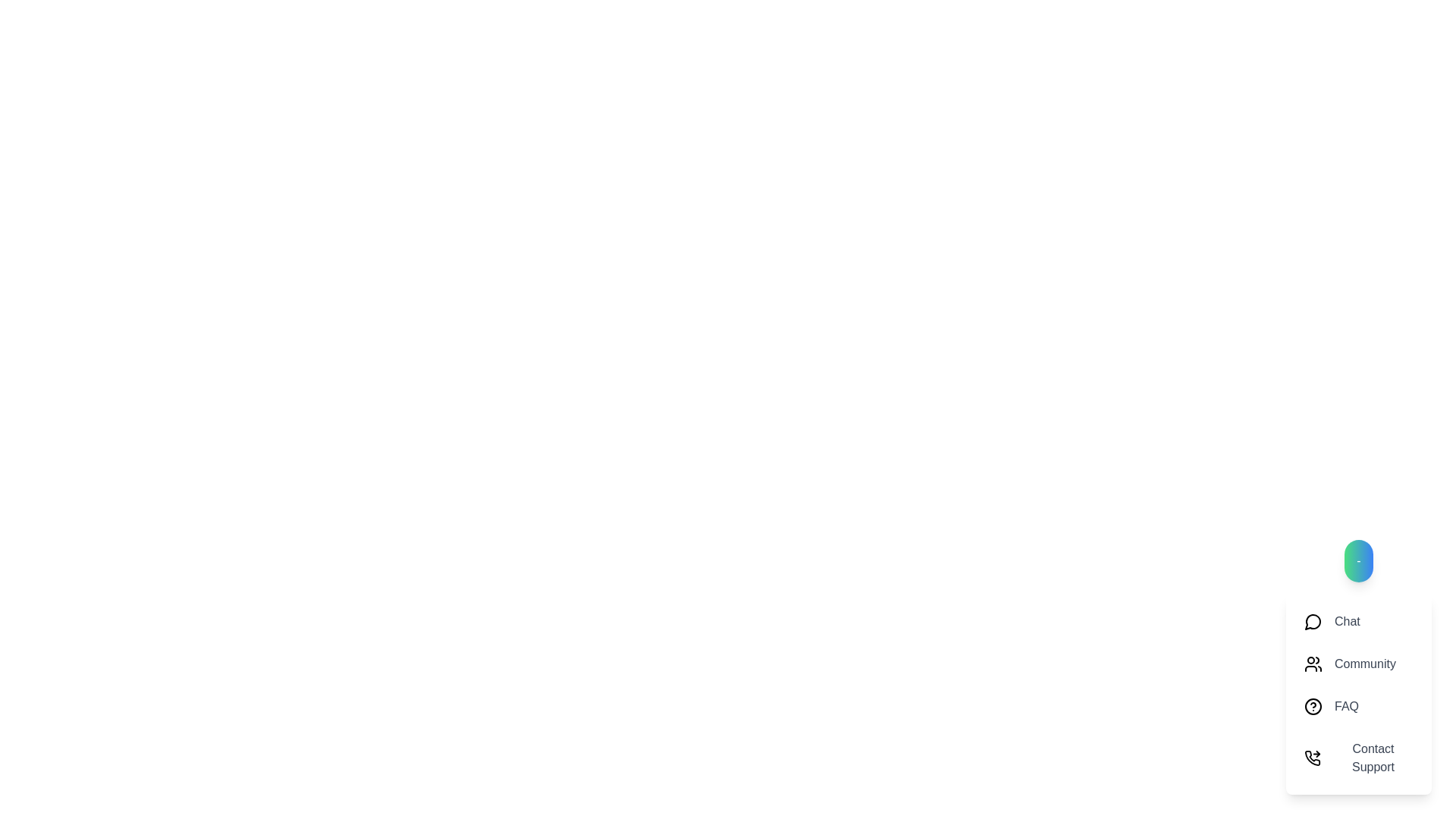  Describe the element at coordinates (1347, 622) in the screenshot. I see `'Chat' text label, which is the first label in a vertical list of options, aiding in navigation or interaction` at that location.